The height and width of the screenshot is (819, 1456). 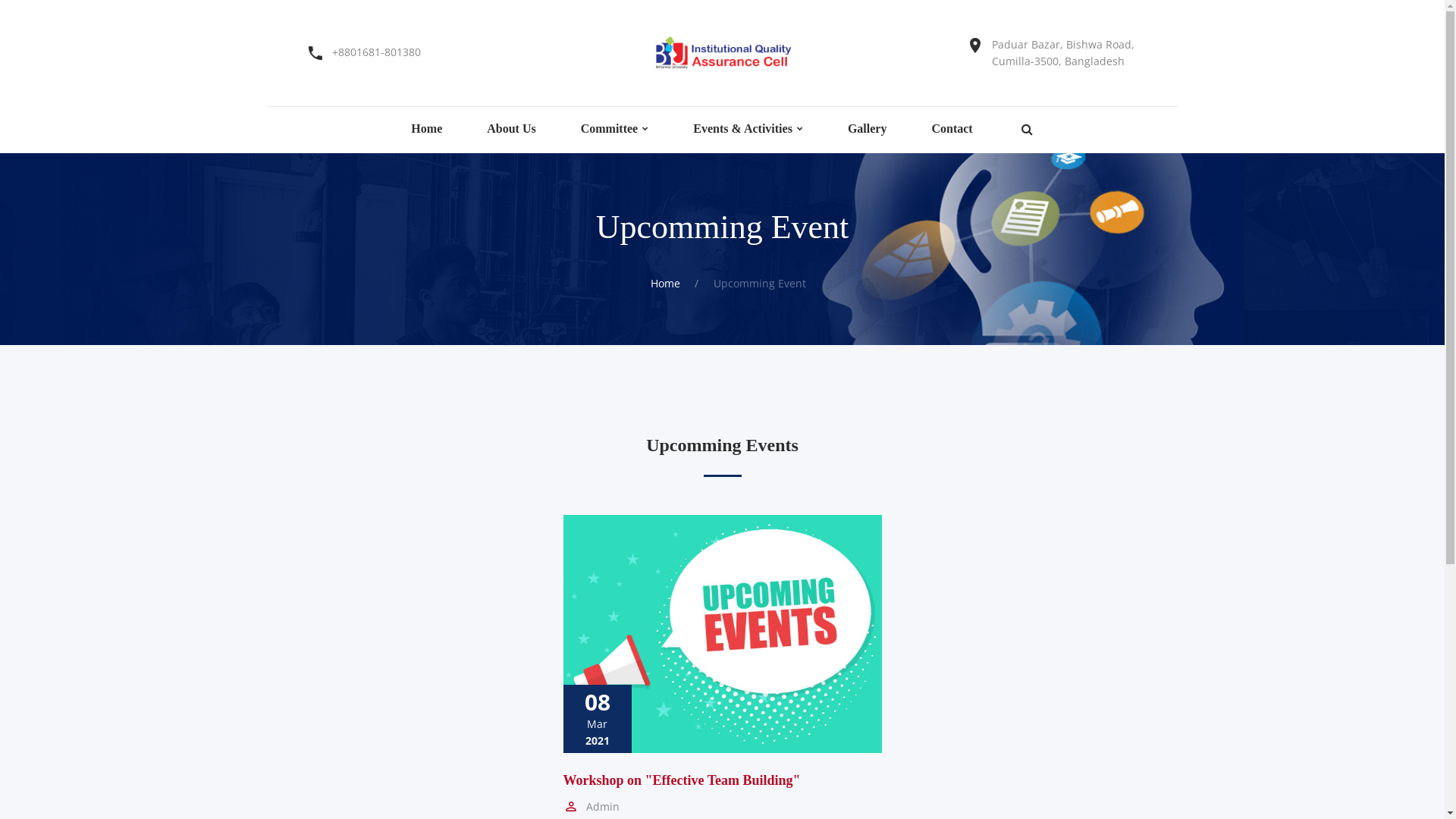 What do you see at coordinates (425, 127) in the screenshot?
I see `'Home'` at bounding box center [425, 127].